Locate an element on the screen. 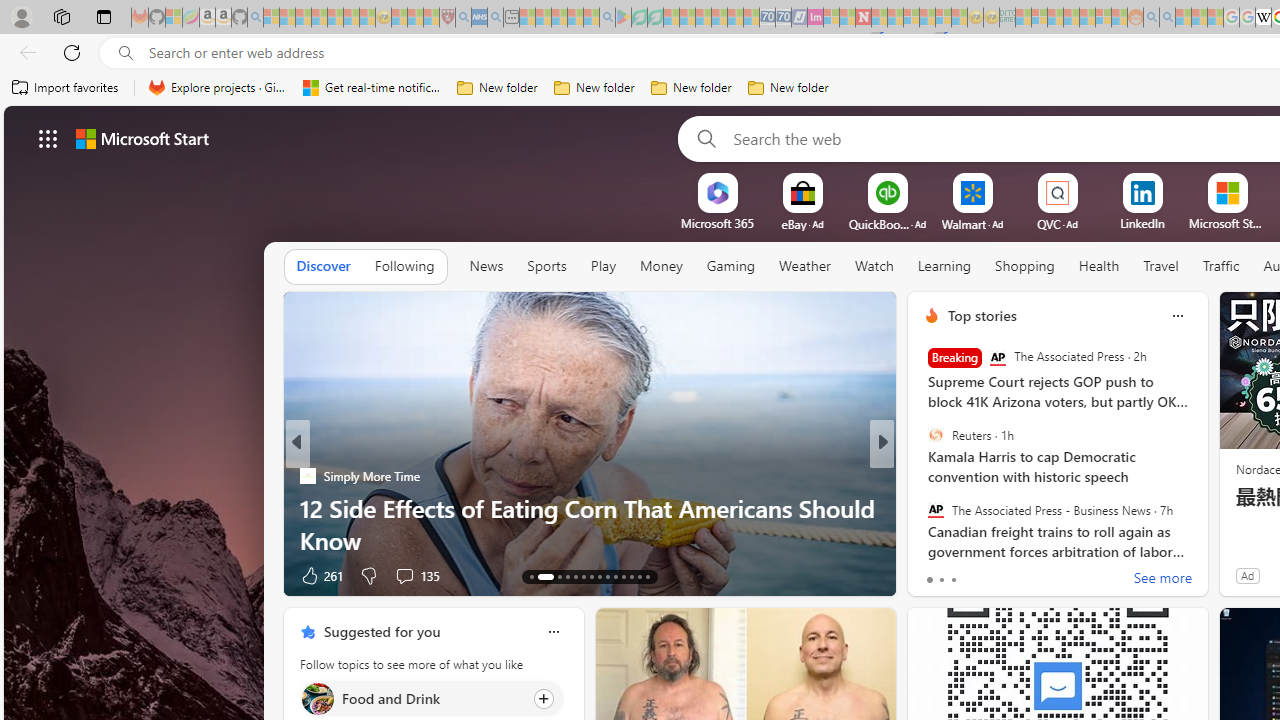  'Learning' is located at coordinates (943, 266).